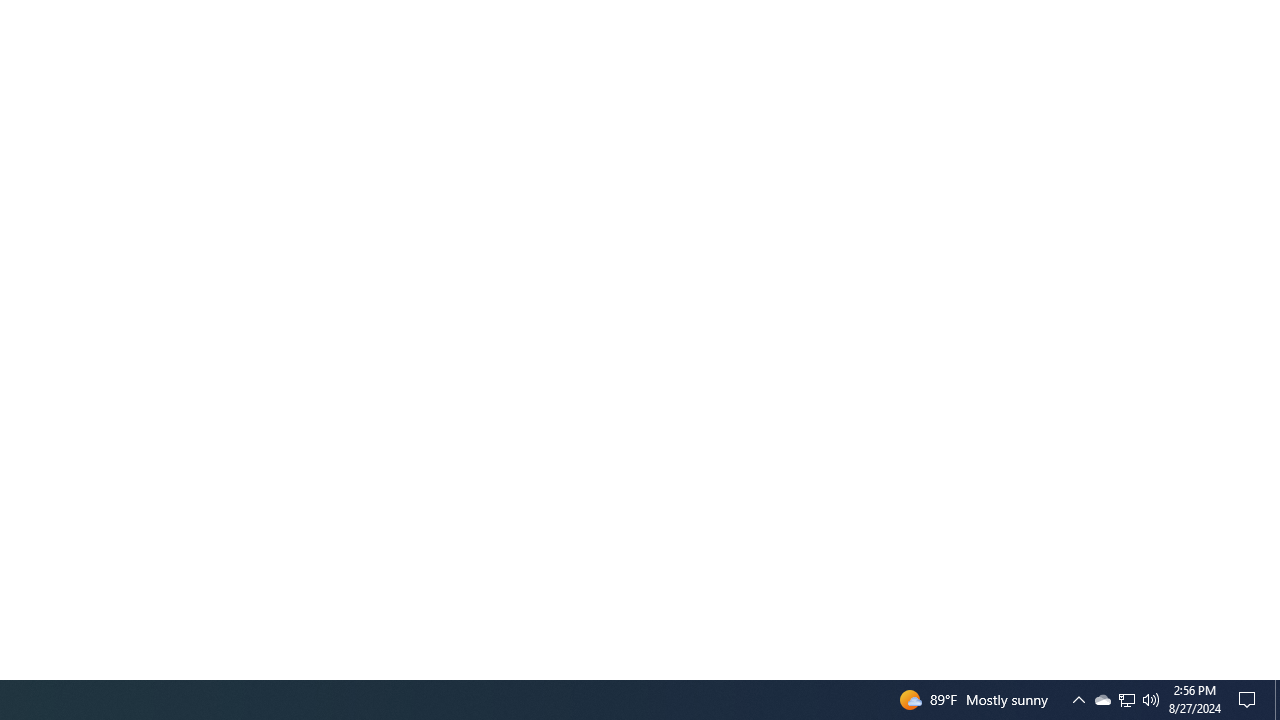  Describe the element at coordinates (1101, 698) in the screenshot. I see `'User Promoted Notification Area'` at that location.